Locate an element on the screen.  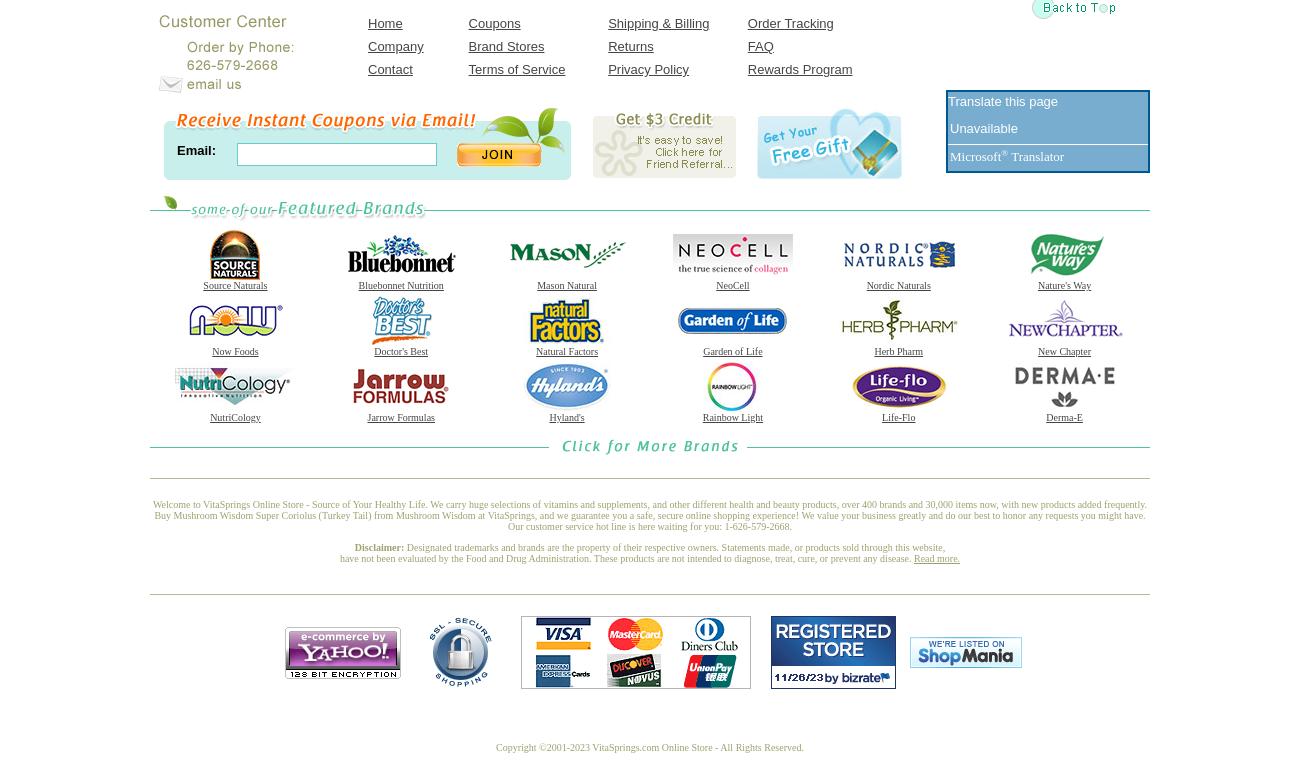
'Derma-E' is located at coordinates (1064, 417).